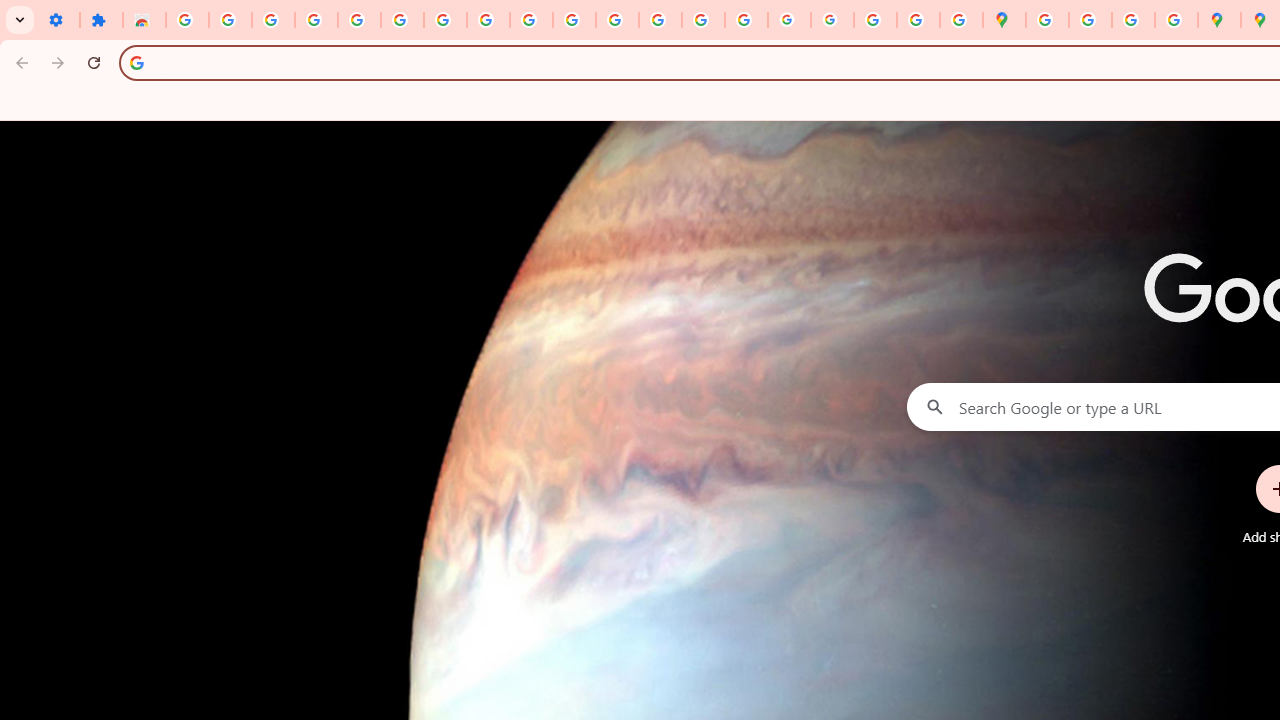  Describe the element at coordinates (272, 20) in the screenshot. I see `'Delete photos & videos - Computer - Google Photos Help'` at that location.